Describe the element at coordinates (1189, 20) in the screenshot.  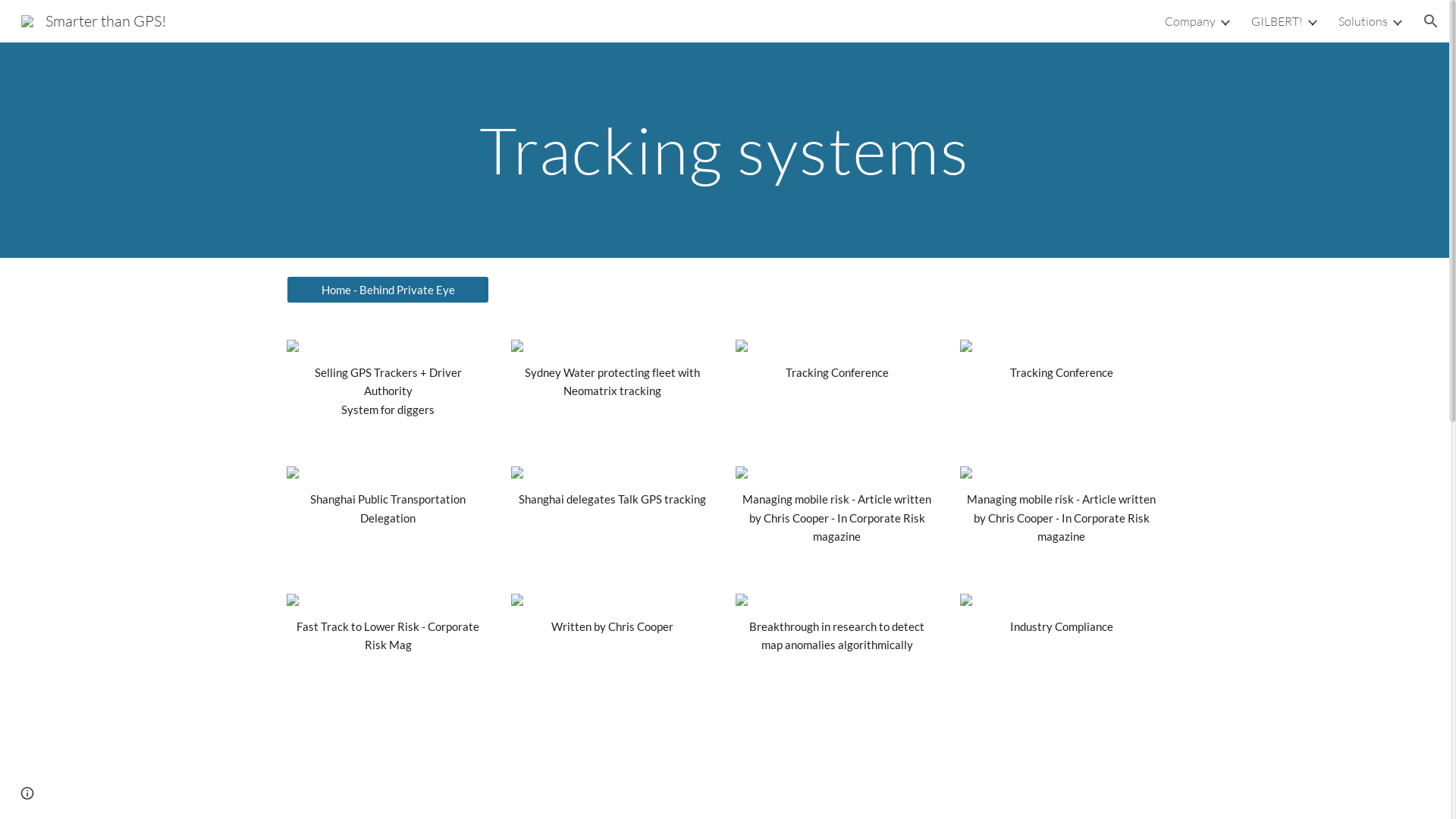
I see `'Company'` at that location.